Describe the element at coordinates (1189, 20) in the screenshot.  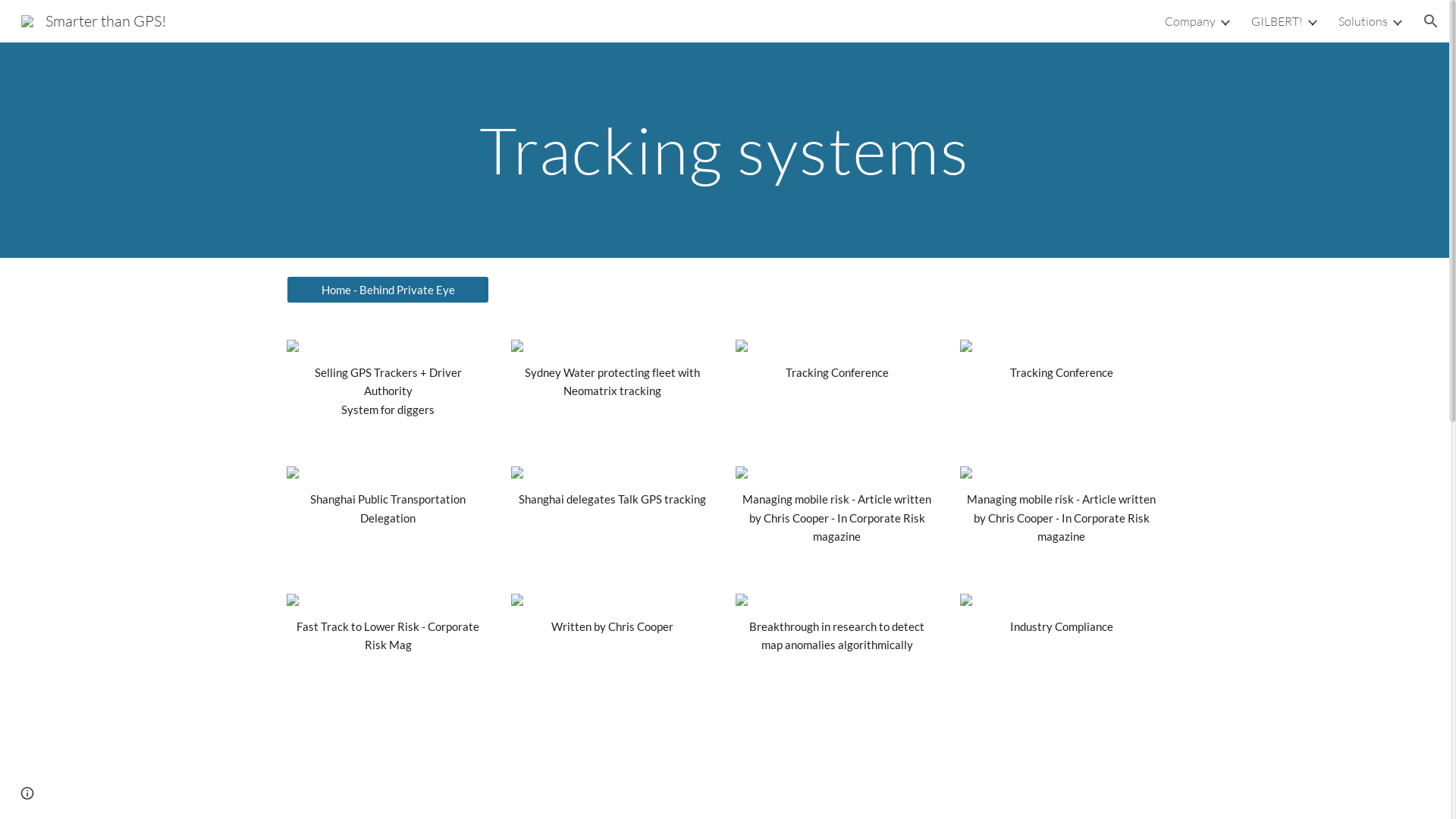
I see `'Company'` at that location.